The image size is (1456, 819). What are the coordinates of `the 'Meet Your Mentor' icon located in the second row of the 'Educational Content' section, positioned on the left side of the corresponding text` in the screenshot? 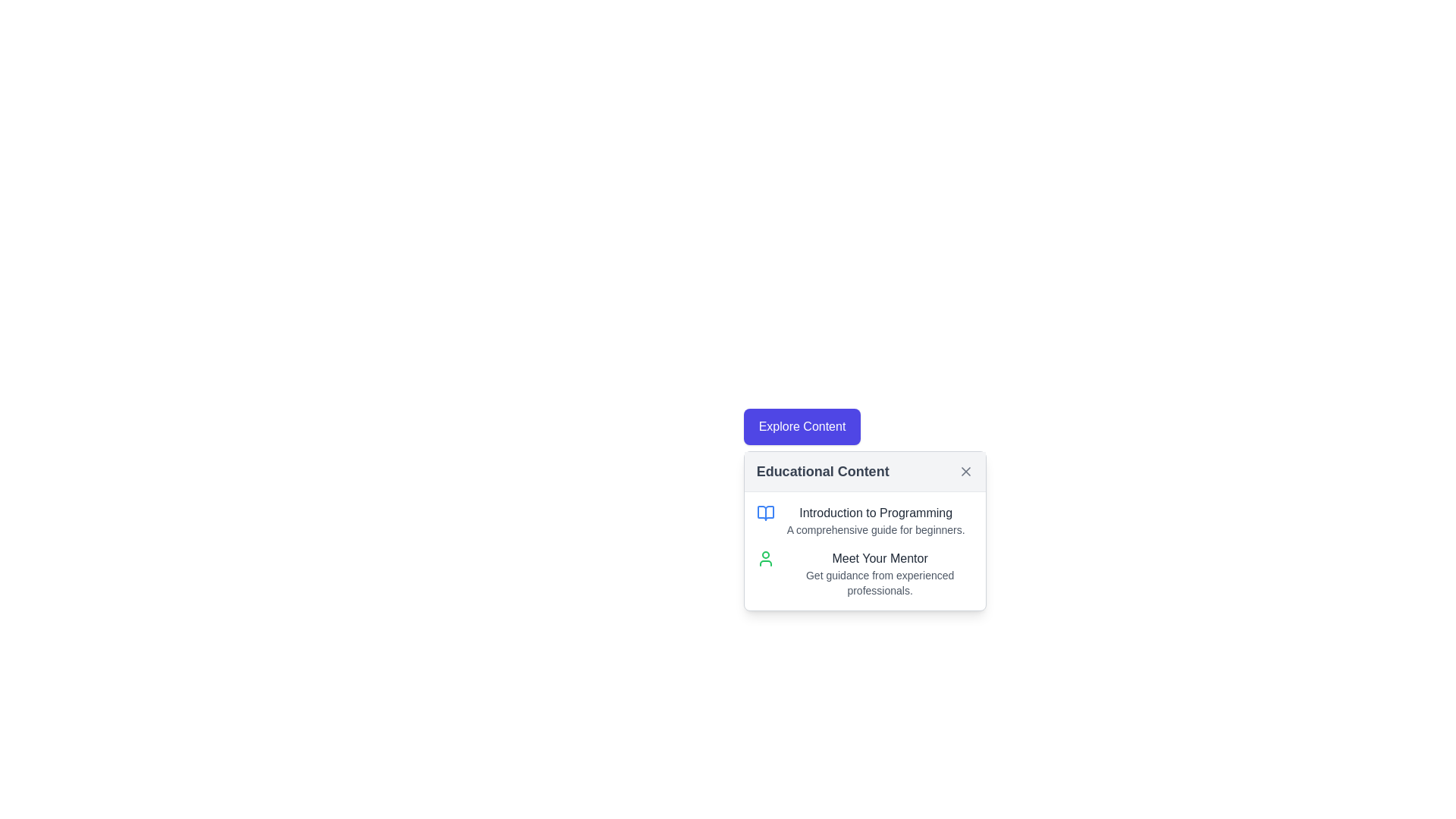 It's located at (765, 558).